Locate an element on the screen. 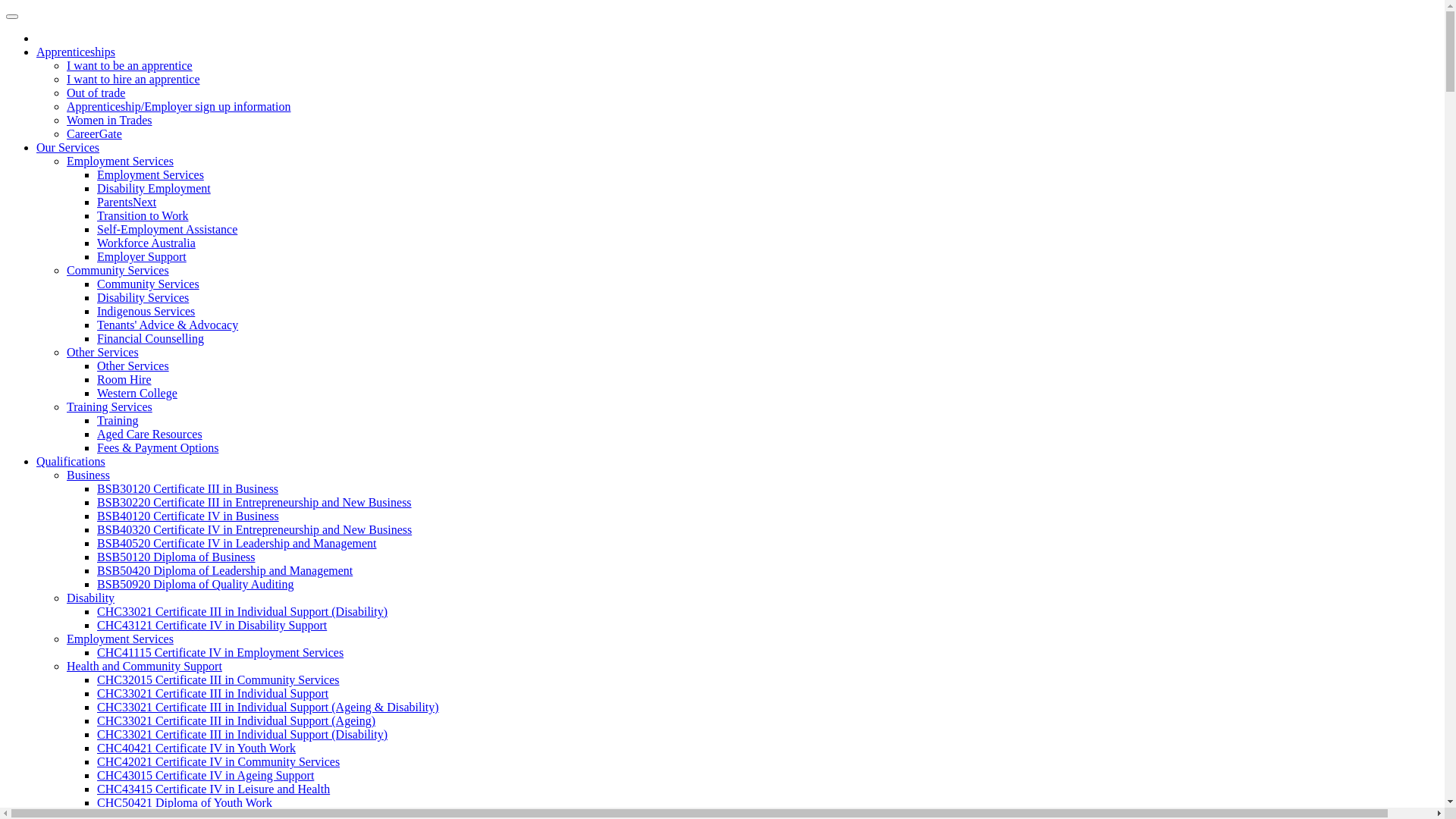  'Employer Support' is located at coordinates (142, 256).